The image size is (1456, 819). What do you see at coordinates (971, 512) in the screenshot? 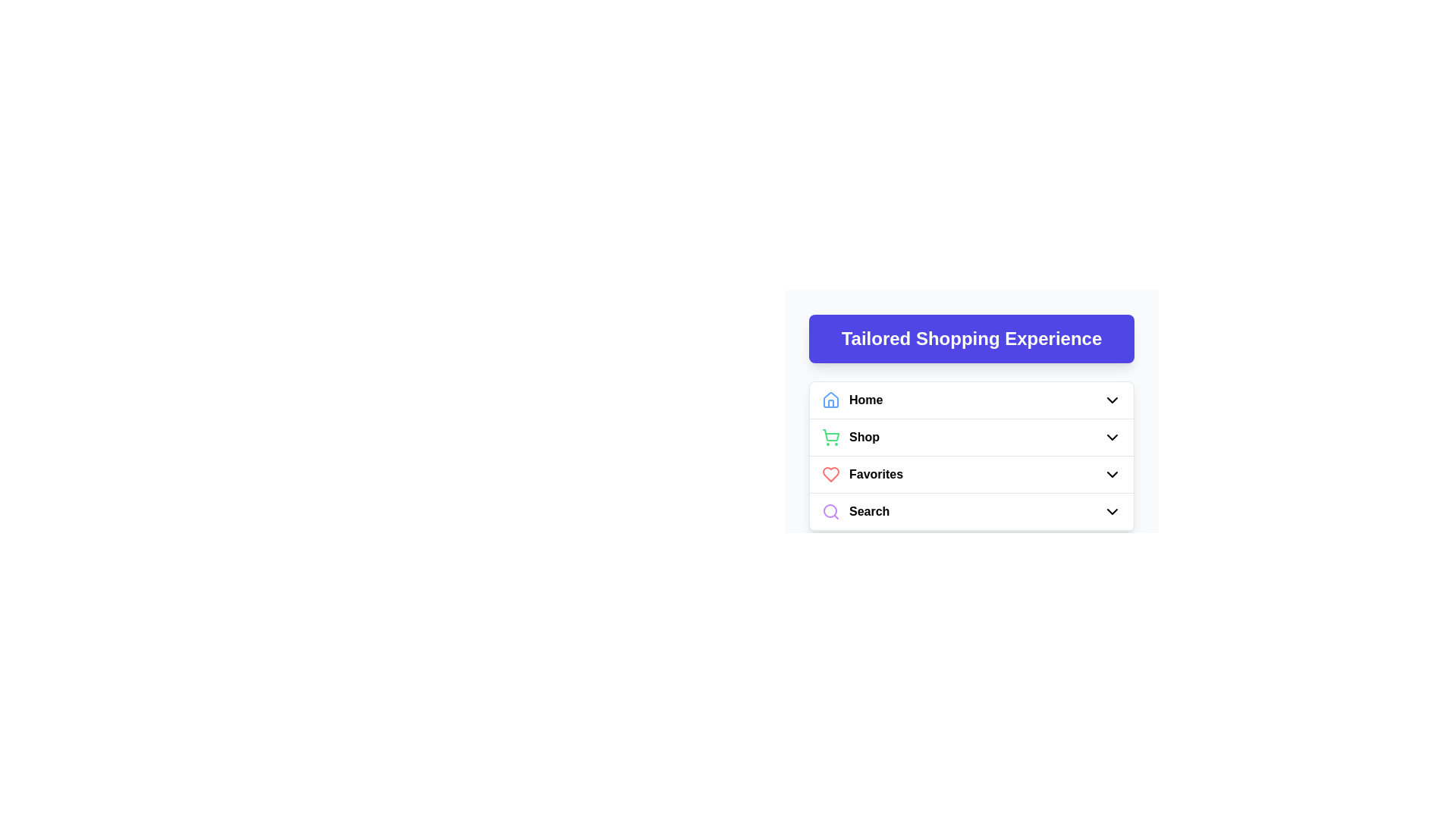
I see `the search button located at the bottom of the vertical list under 'Tailored Shopping Experience'` at bounding box center [971, 512].